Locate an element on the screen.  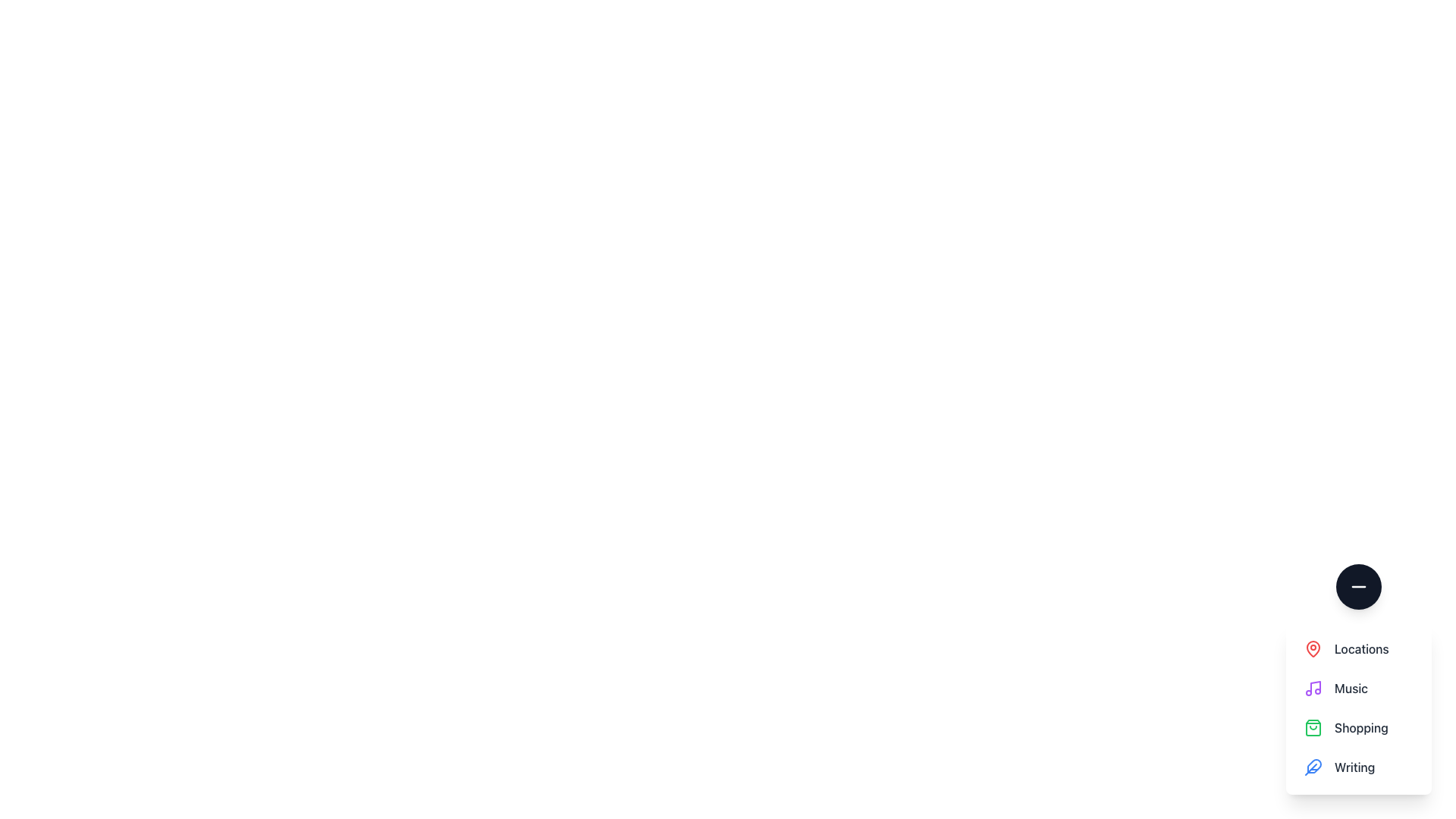
the icon in the fourth interactive menu item located at the bottom of the vertical list is located at coordinates (1313, 766).